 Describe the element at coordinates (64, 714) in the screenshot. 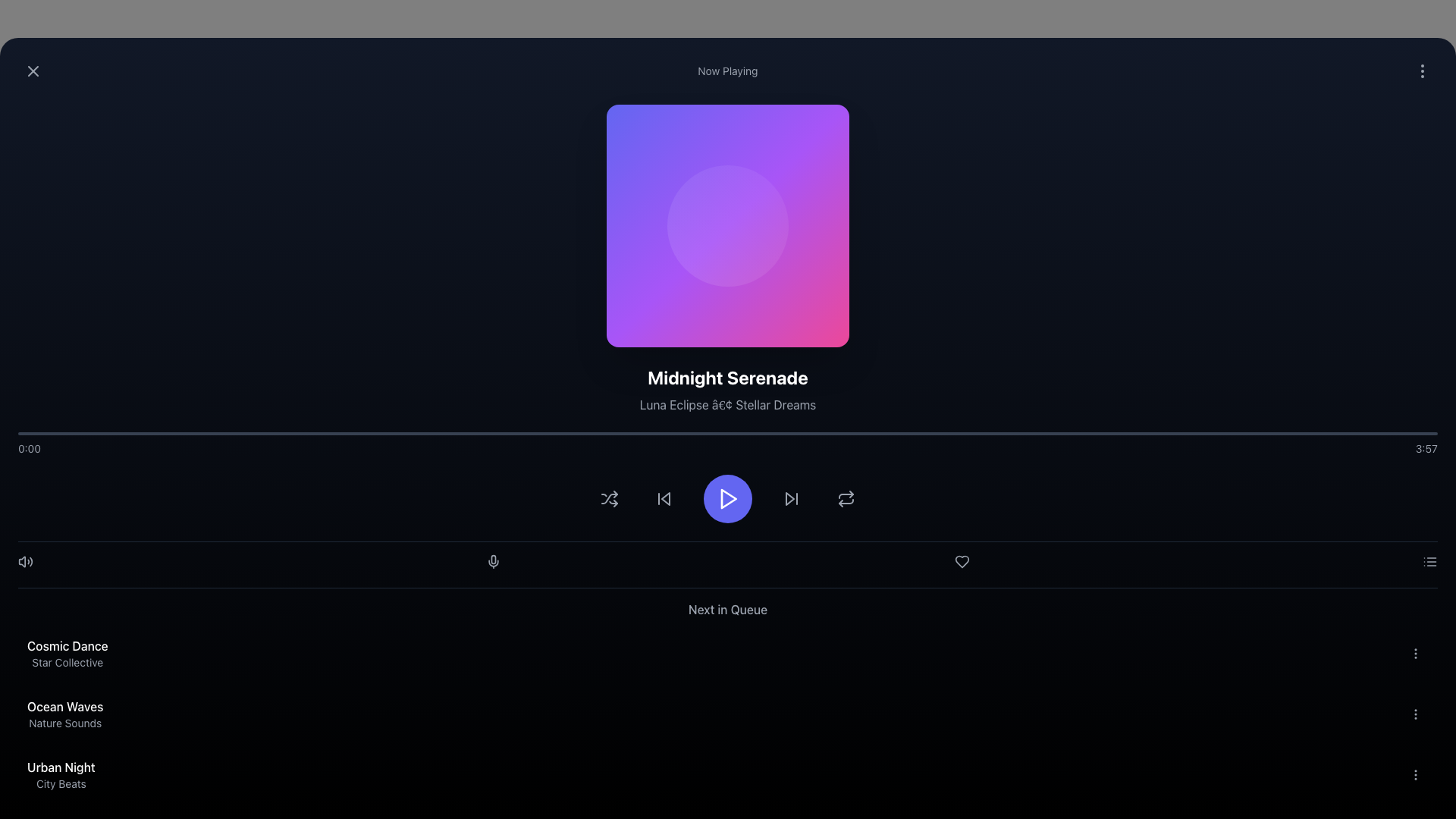

I see `the informative text display for the queued media item located in the 'Next in Queue' list, which is the second item between 'Cosmic Dance' and 'Urban Night'` at that location.